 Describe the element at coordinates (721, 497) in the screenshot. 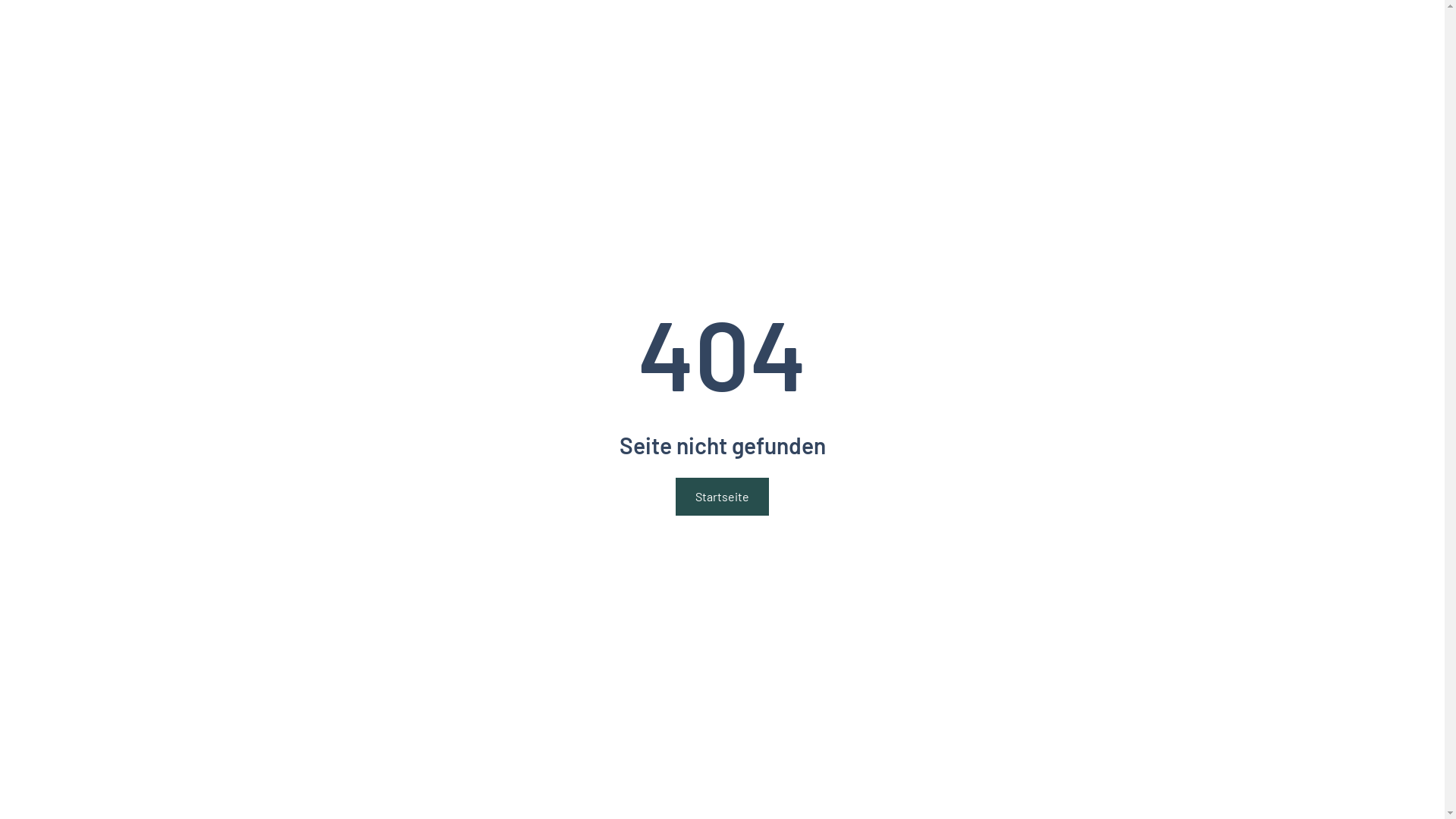

I see `'Startseite'` at that location.